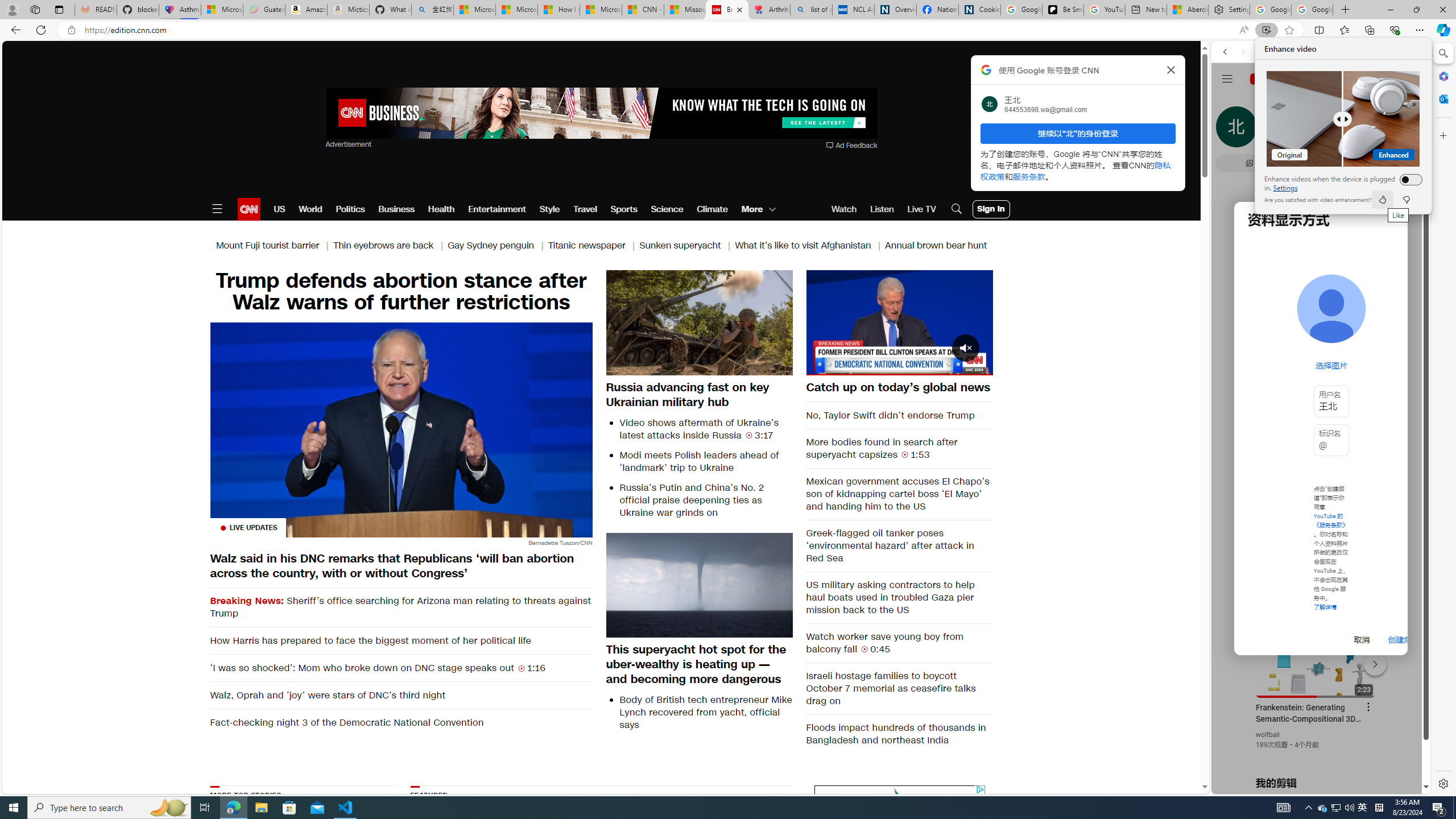 The width and height of the screenshot is (1456, 819). What do you see at coordinates (1319, 309) in the screenshot?
I see `'Music'` at bounding box center [1319, 309].